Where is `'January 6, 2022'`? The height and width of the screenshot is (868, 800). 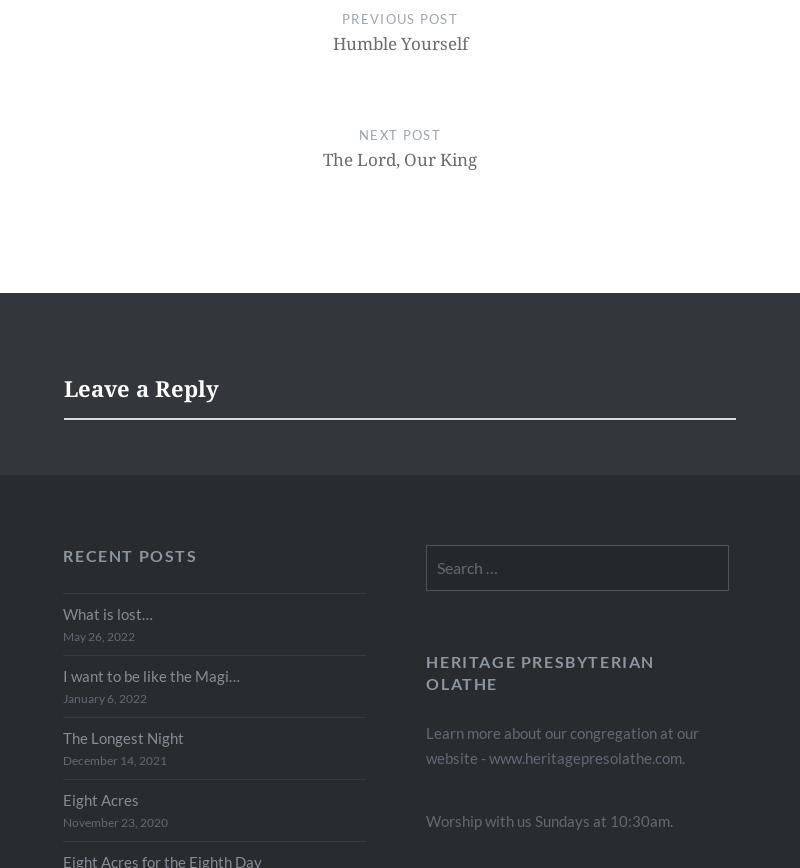
'January 6, 2022' is located at coordinates (62, 697).